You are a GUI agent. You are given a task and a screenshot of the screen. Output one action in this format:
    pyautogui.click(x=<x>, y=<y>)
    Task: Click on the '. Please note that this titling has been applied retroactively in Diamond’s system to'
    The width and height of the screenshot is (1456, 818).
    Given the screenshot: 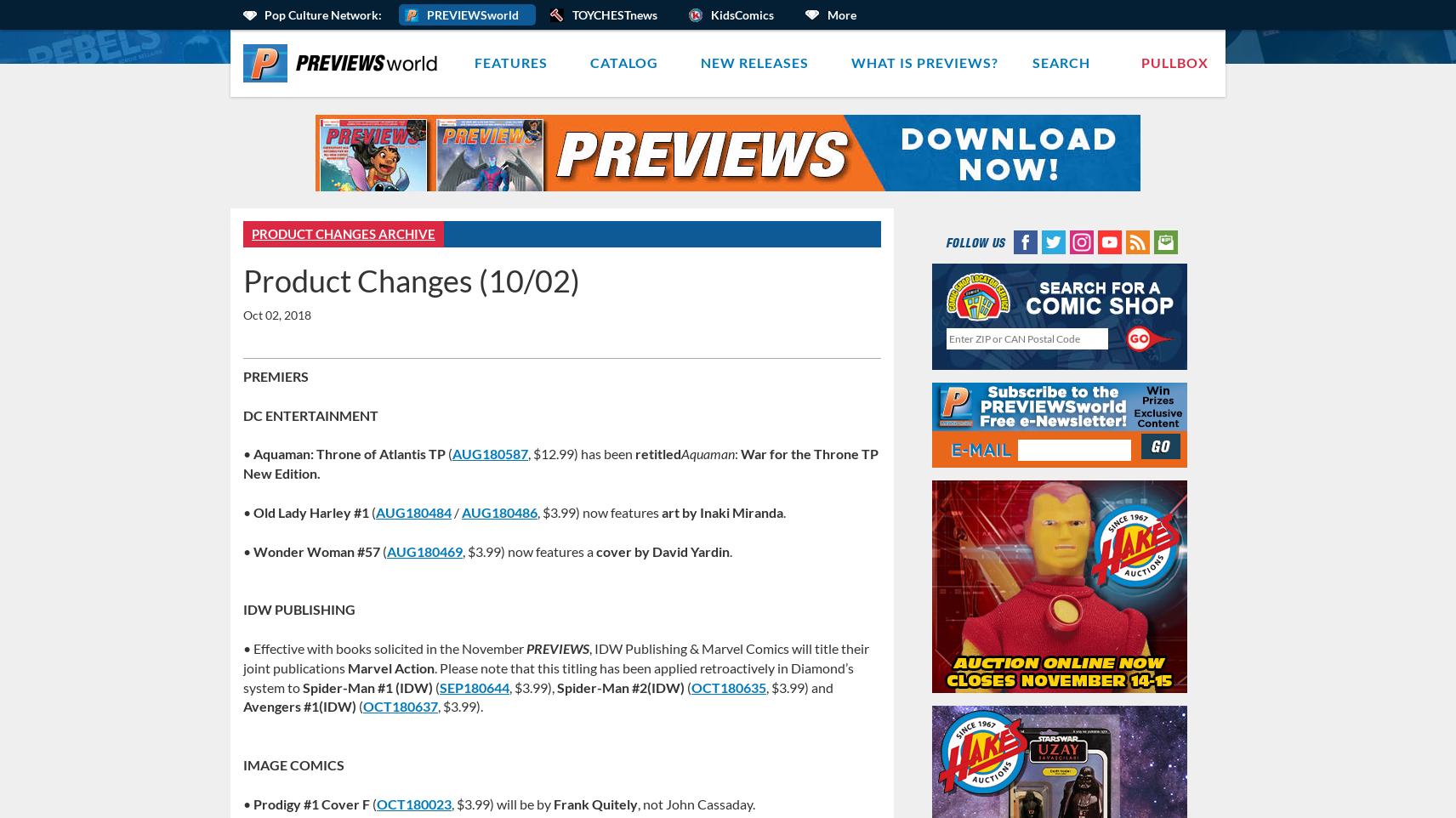 What is the action you would take?
    pyautogui.click(x=549, y=675)
    